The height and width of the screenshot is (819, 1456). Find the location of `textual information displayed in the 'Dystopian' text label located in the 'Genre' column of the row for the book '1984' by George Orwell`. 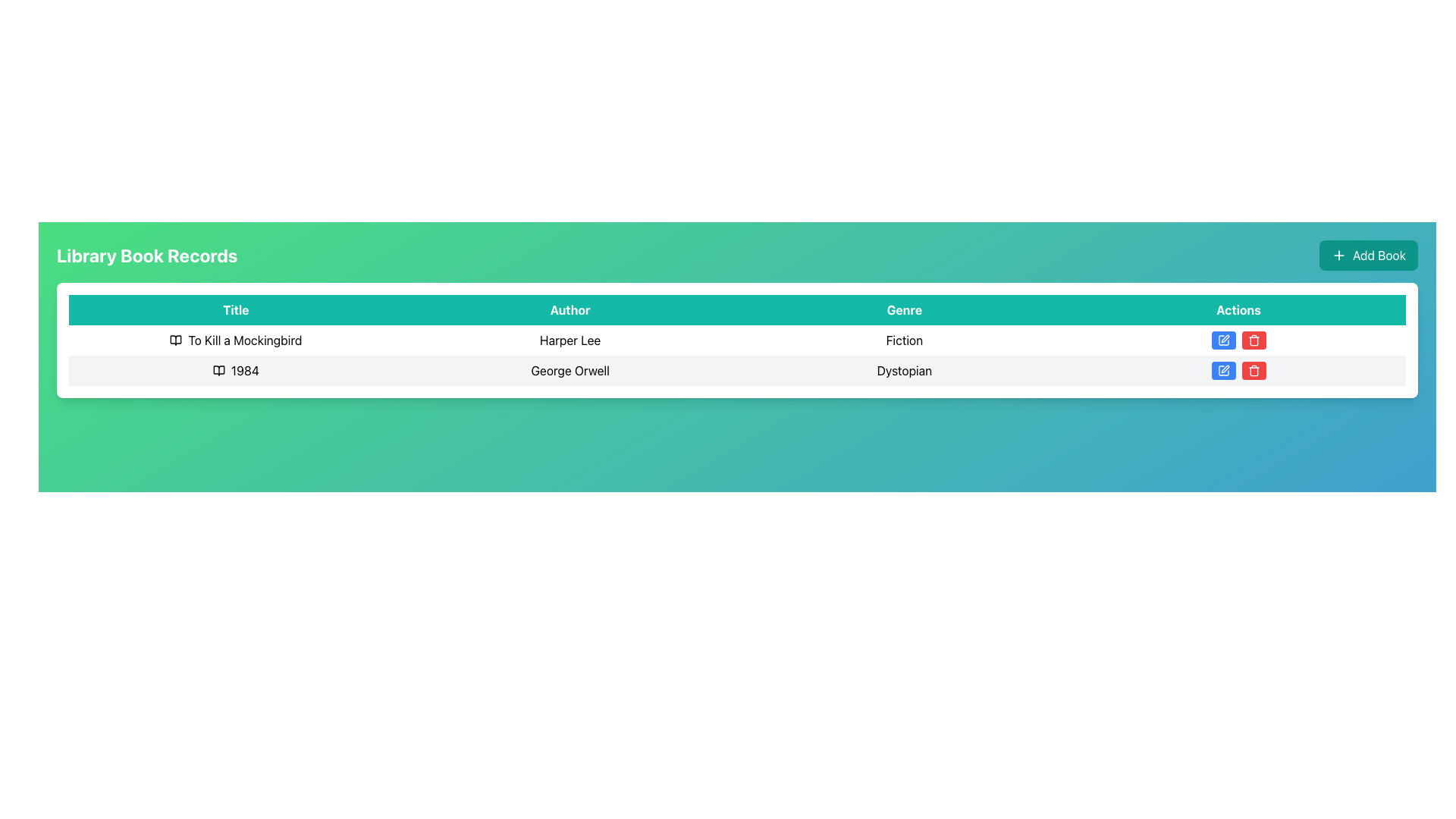

textual information displayed in the 'Dystopian' text label located in the 'Genre' column of the row for the book '1984' by George Orwell is located at coordinates (904, 371).